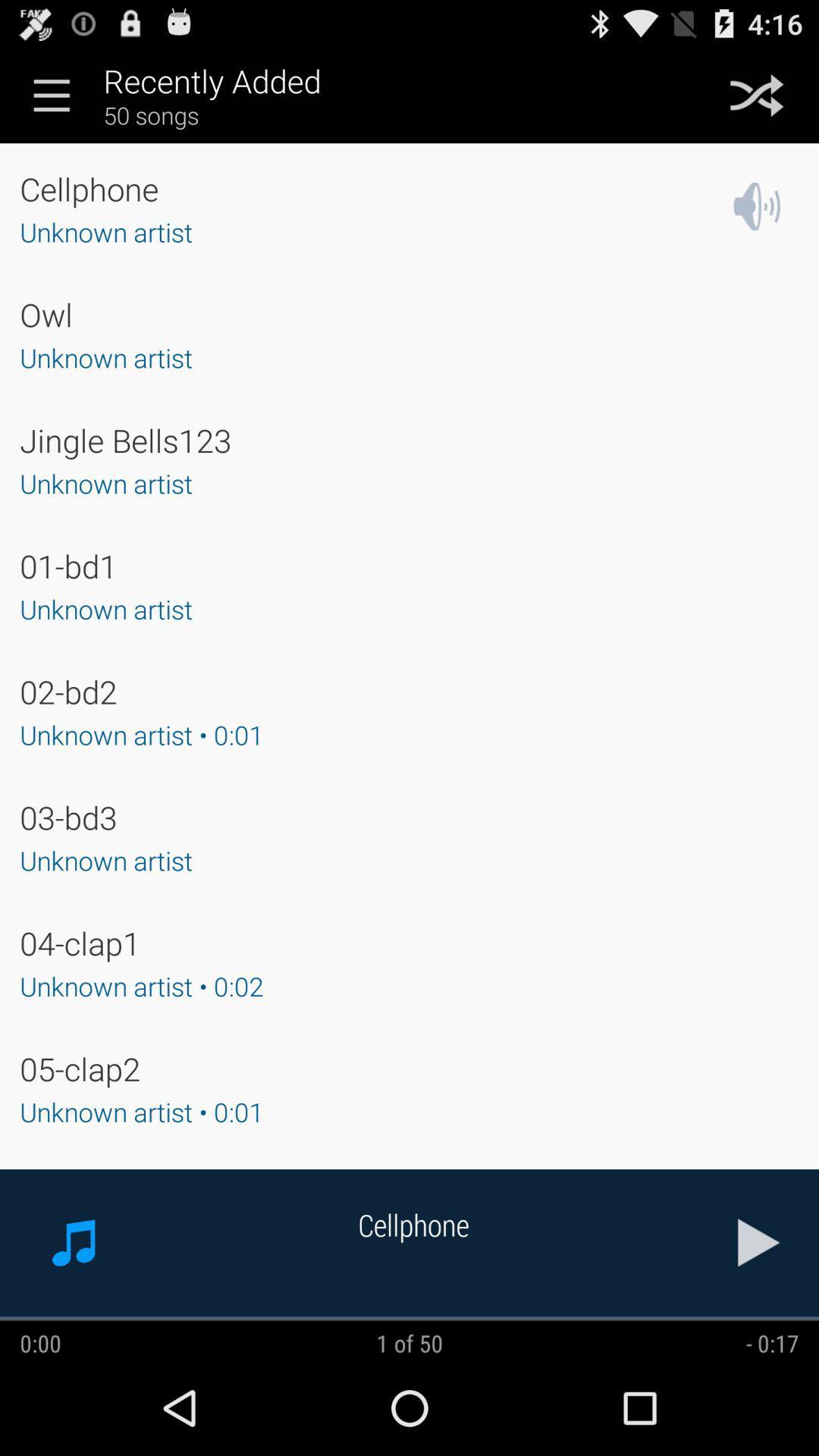 Image resolution: width=819 pixels, height=1456 pixels. I want to click on the item next to the cellphone icon, so click(759, 1242).